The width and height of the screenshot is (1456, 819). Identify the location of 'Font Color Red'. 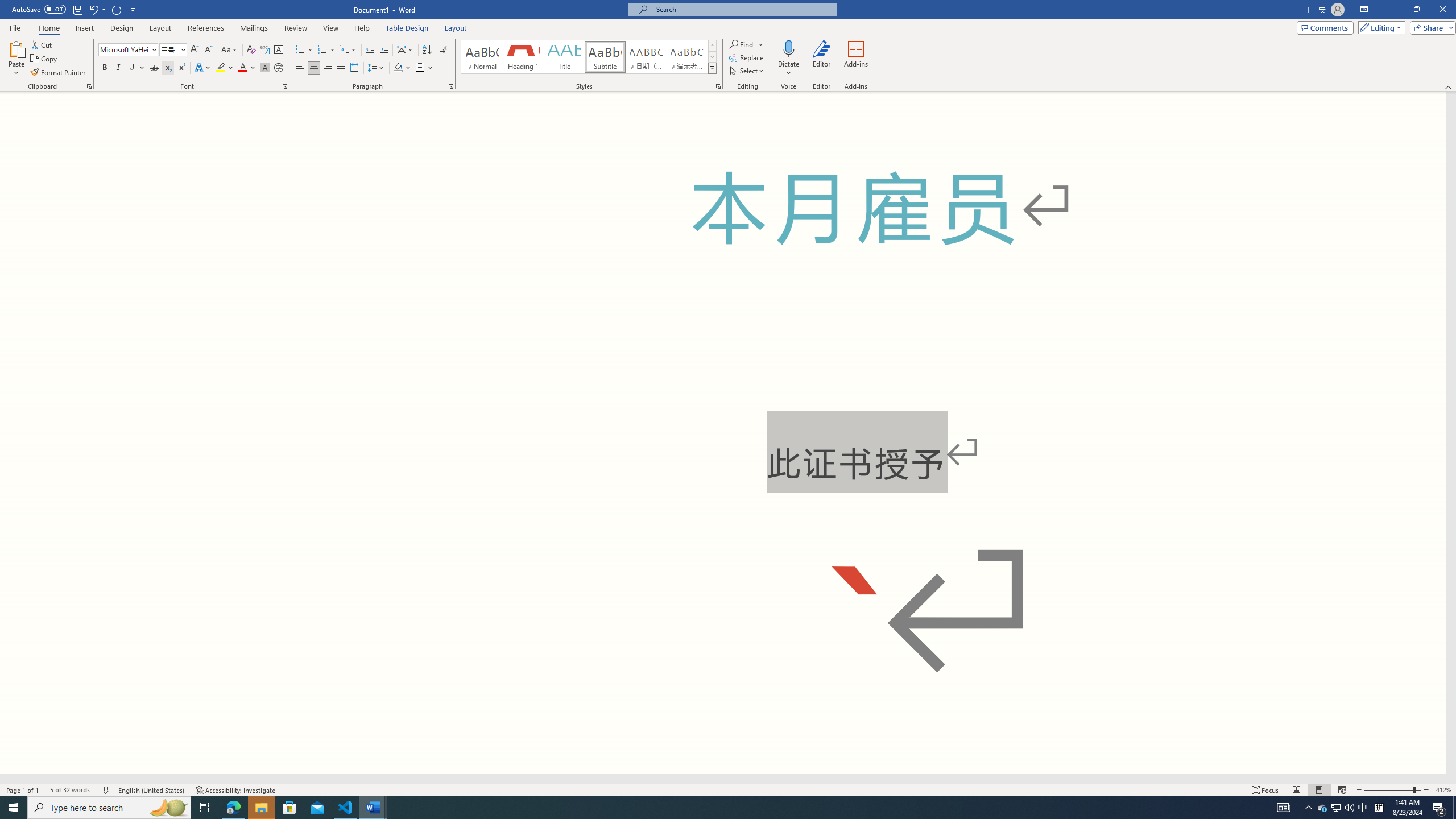
(242, 67).